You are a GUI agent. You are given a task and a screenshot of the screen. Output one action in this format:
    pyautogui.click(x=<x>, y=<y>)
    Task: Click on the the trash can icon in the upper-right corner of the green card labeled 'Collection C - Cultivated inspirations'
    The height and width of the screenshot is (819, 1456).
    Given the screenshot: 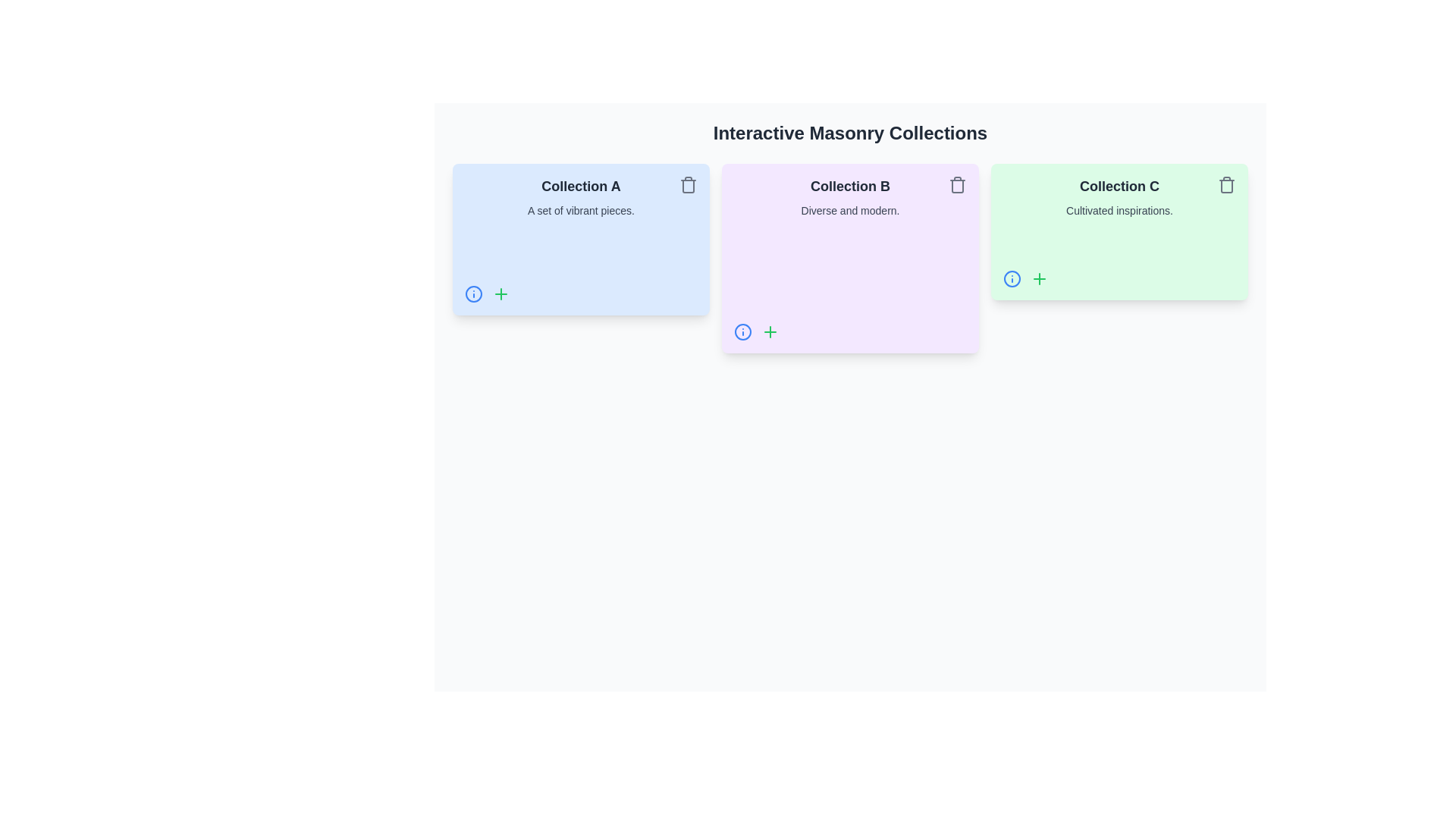 What is the action you would take?
    pyautogui.click(x=1226, y=184)
    